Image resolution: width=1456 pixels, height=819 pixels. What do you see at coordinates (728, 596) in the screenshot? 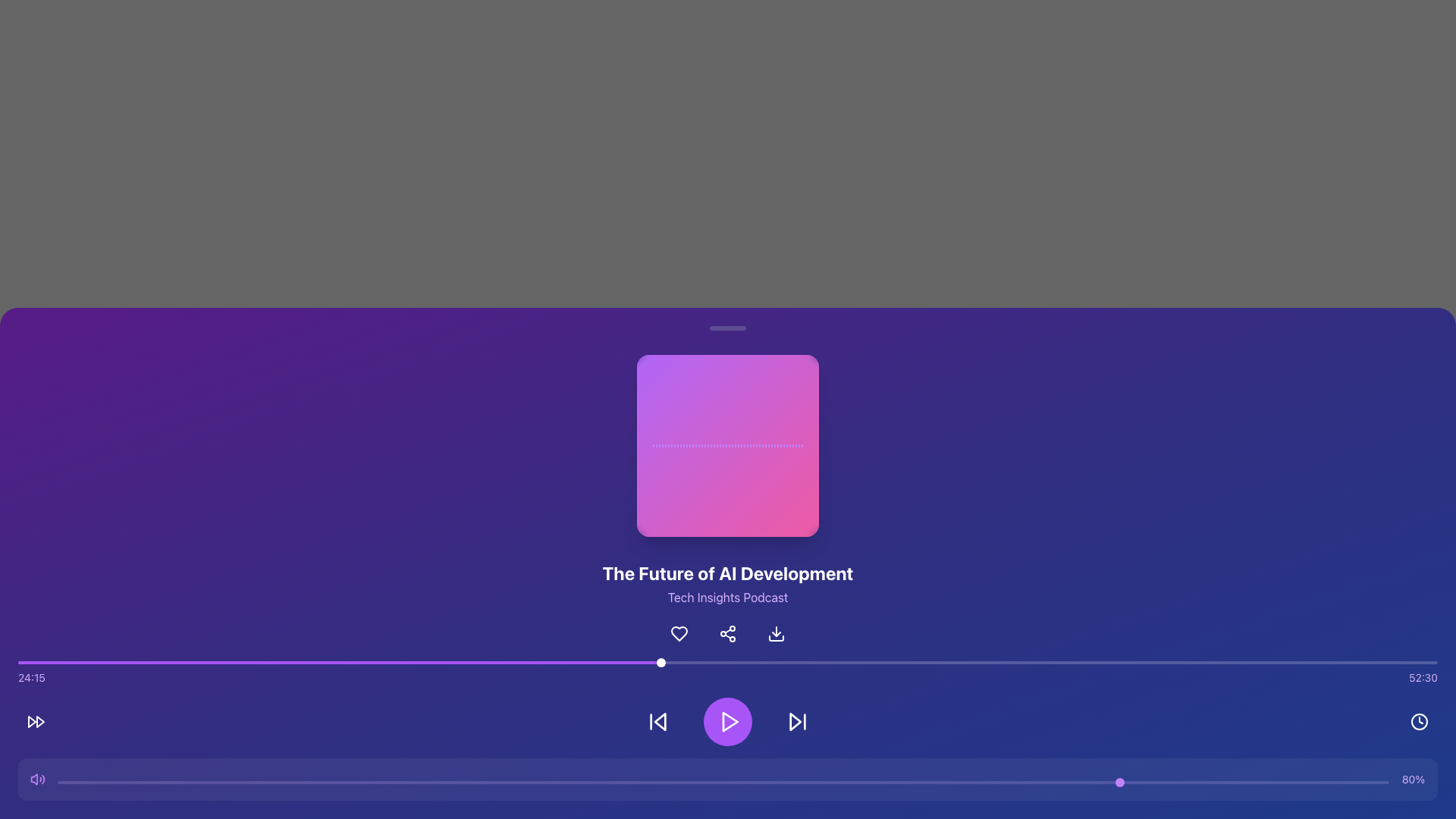
I see `text element displaying 'Tech Insights Podcast', which is styled in purple and located beneath 'The Future of AI Development'` at bounding box center [728, 596].